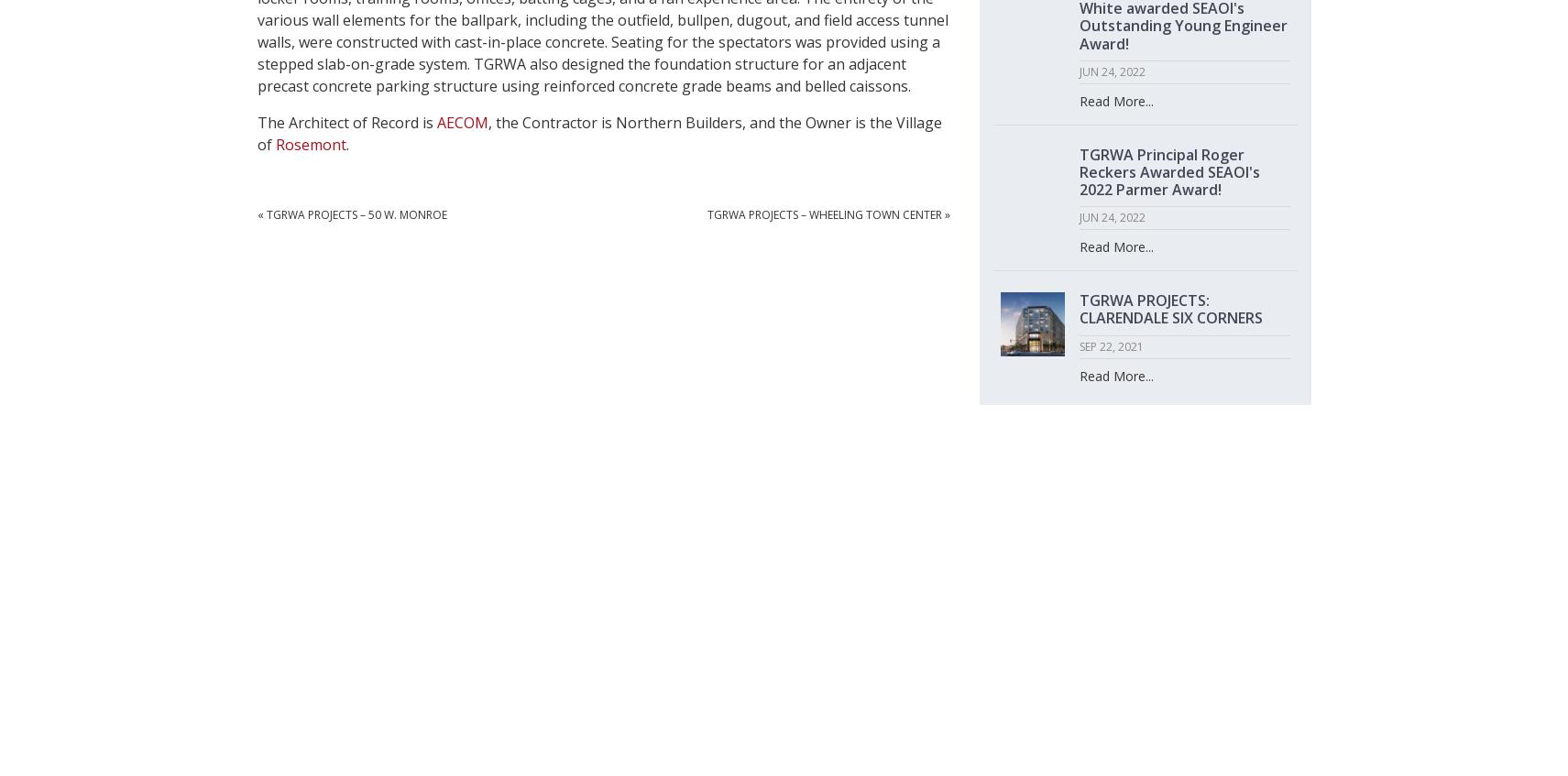 The height and width of the screenshot is (776, 1568). Describe the element at coordinates (1168, 171) in the screenshot. I see `'TGRWA Principal Roger Reckers Awarded SEAOI's 2022 Parmer Award!'` at that location.